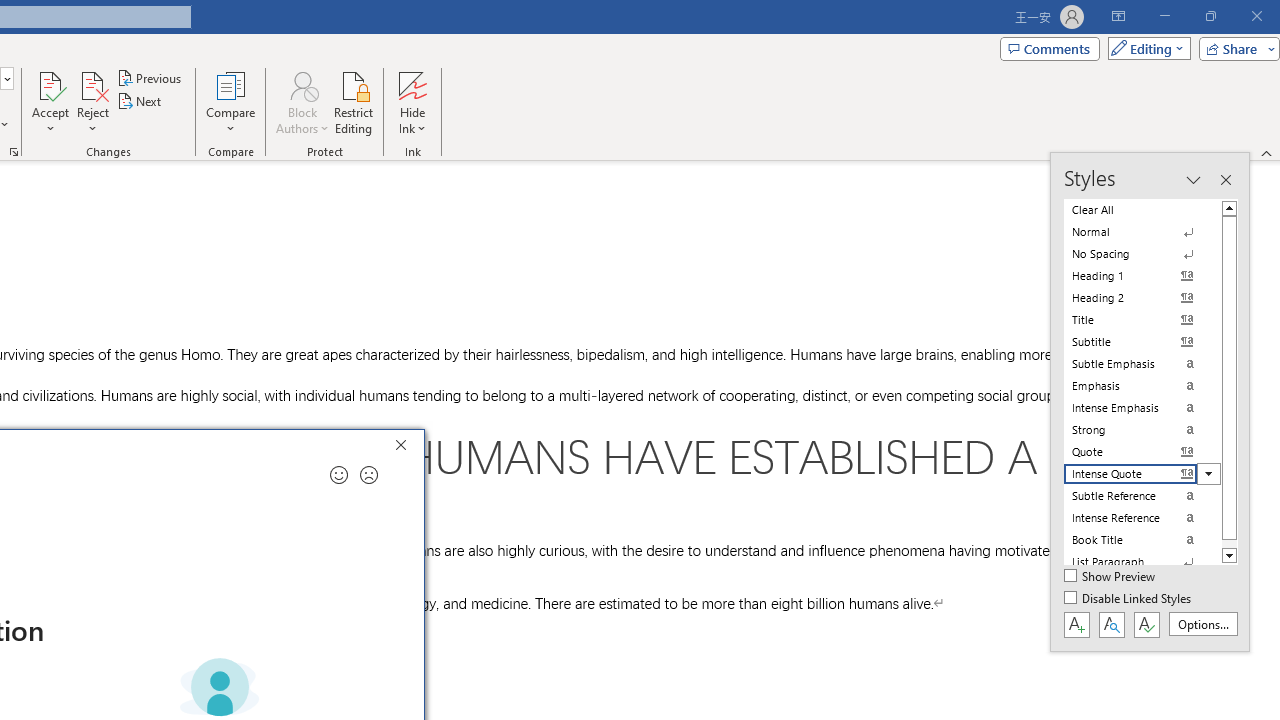 The image size is (1280, 720). I want to click on 'No Spacing', so click(1142, 253).